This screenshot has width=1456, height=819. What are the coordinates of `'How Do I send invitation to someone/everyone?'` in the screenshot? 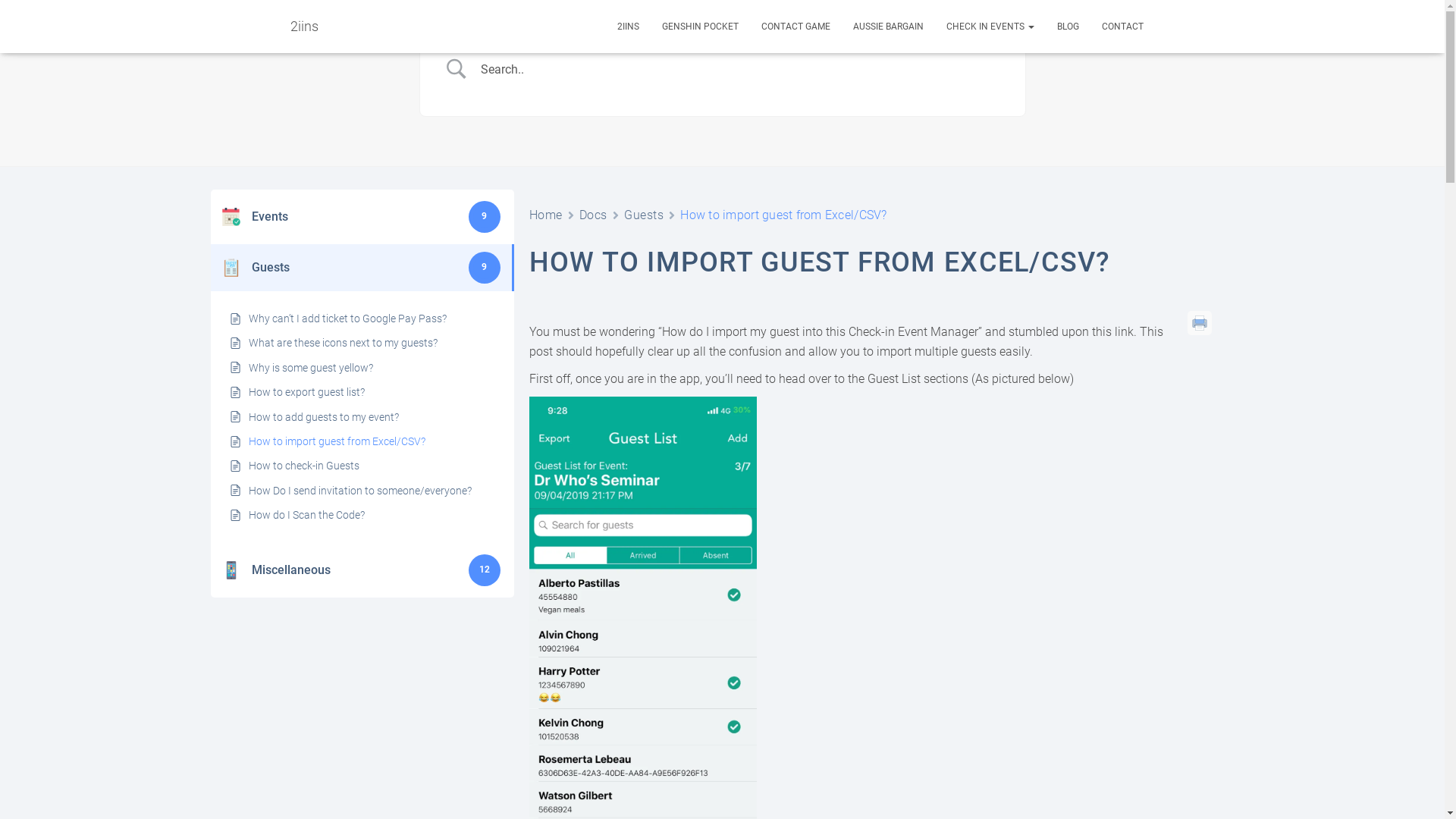 It's located at (248, 491).